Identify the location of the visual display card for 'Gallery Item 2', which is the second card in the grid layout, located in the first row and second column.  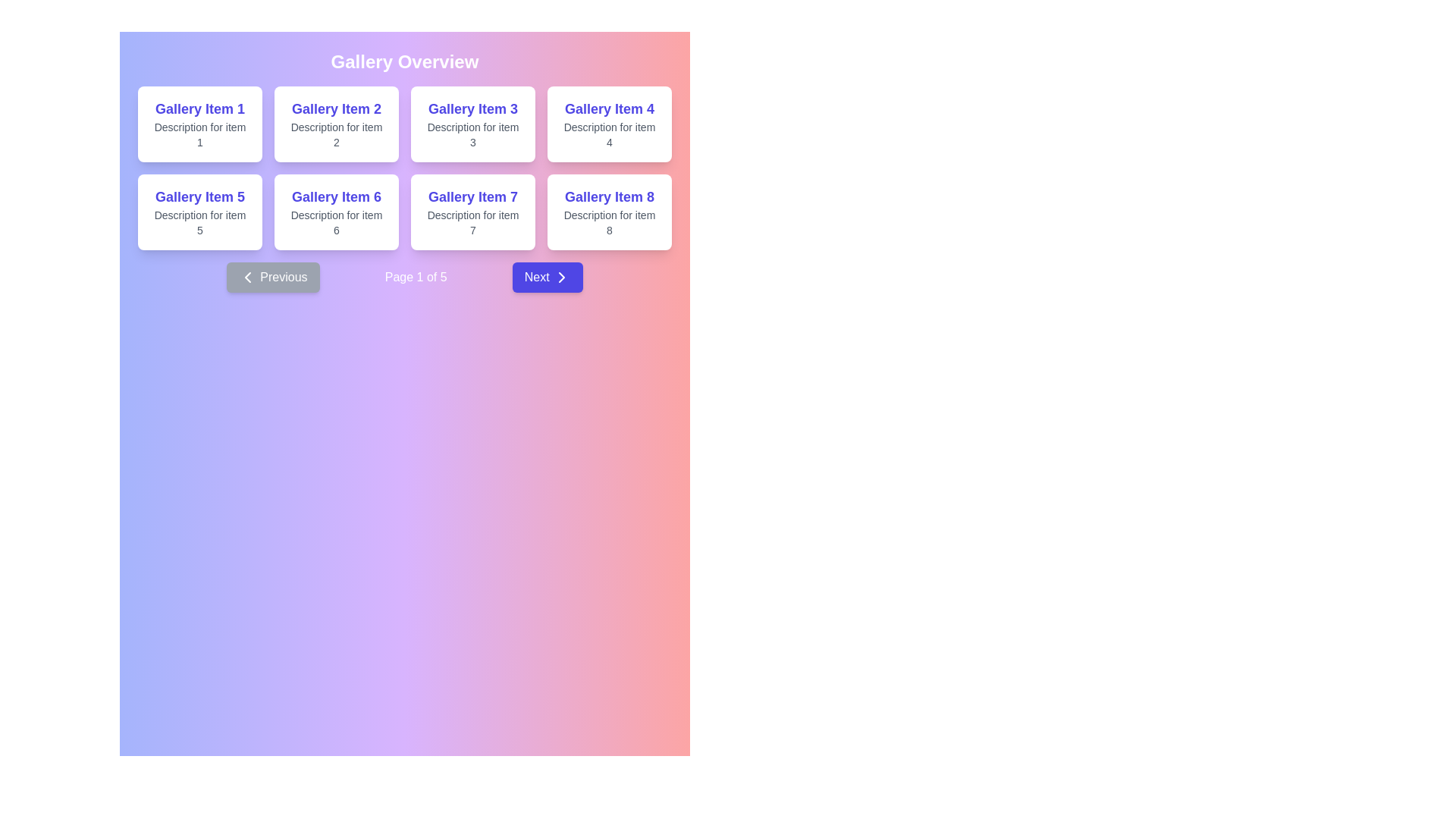
(336, 124).